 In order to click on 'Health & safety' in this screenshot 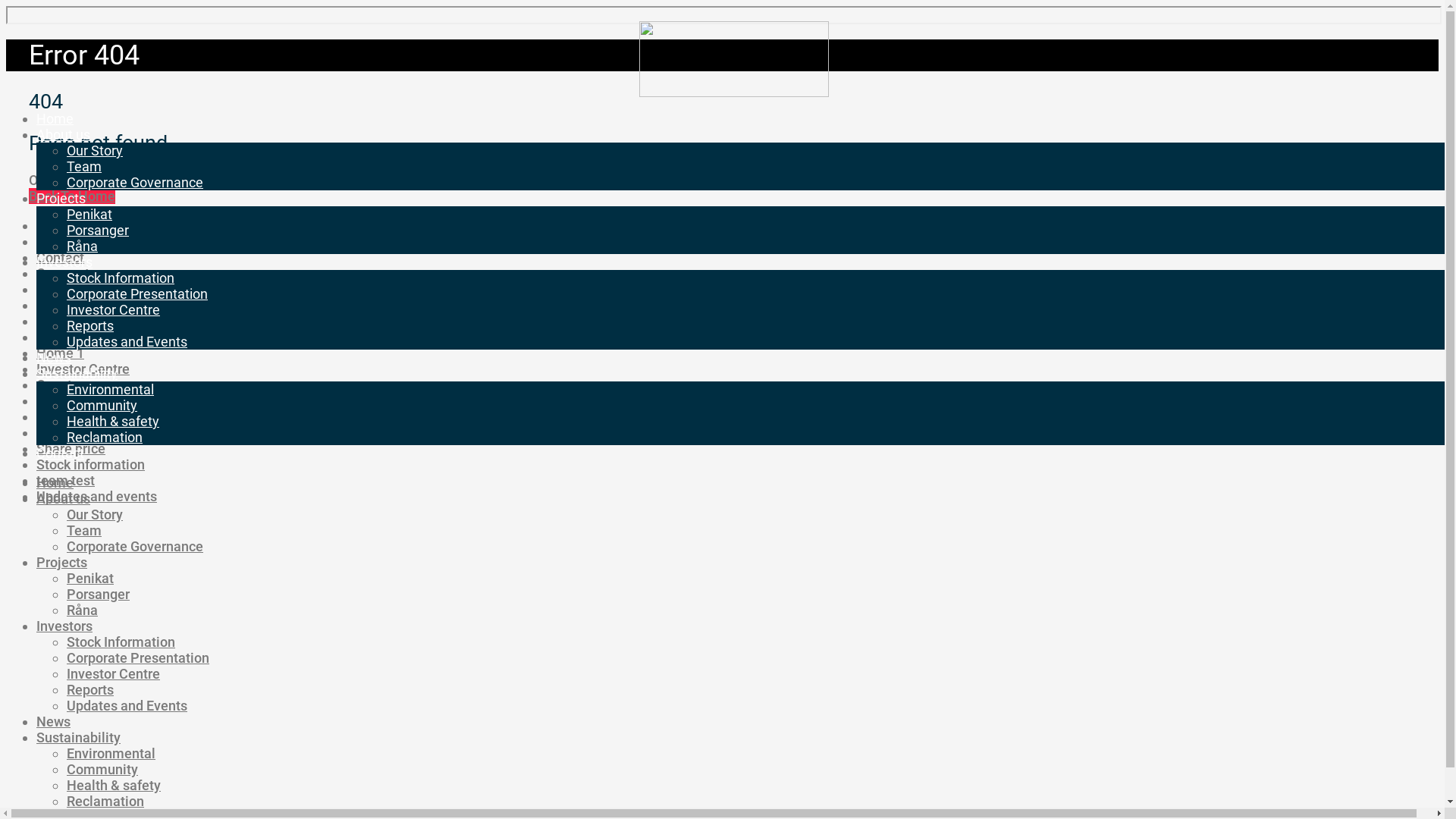, I will do `click(112, 785)`.